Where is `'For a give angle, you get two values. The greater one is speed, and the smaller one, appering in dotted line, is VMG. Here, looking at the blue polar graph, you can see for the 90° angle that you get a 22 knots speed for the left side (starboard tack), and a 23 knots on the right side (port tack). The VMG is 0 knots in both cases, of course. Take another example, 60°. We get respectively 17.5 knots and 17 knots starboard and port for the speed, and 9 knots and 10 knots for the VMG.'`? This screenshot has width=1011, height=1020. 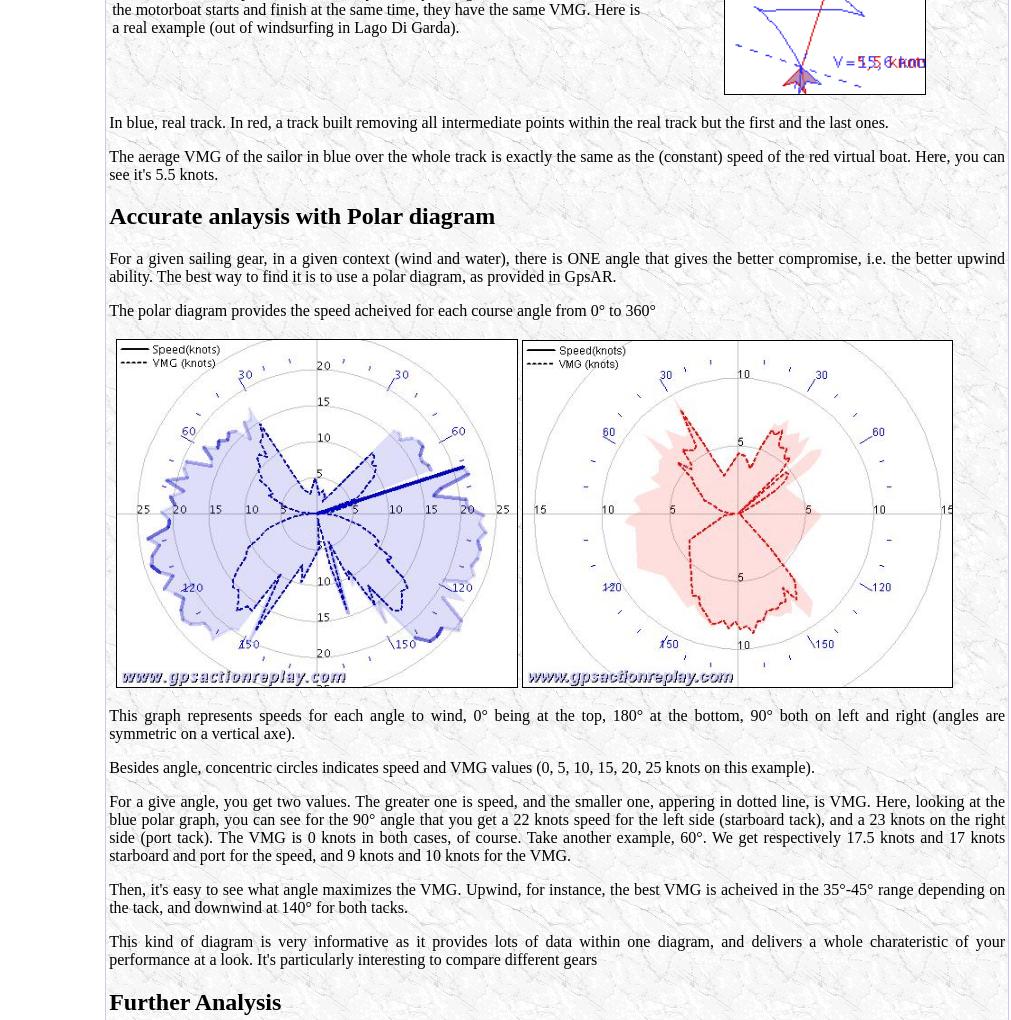 'For a give angle, you get two values. The greater one is speed, and the smaller one, appering in dotted line, is VMG. Here, looking at the blue polar graph, you can see for the 90° angle that you get a 22 knots speed for the left side (starboard tack), and a 23 knots on the right side (port tack). The VMG is 0 knots in both cases, of course. Take another example, 60°. We get respectively 17.5 knots and 17 knots starboard and port for the speed, and 9 knots and 10 knots for the VMG.' is located at coordinates (556, 828).